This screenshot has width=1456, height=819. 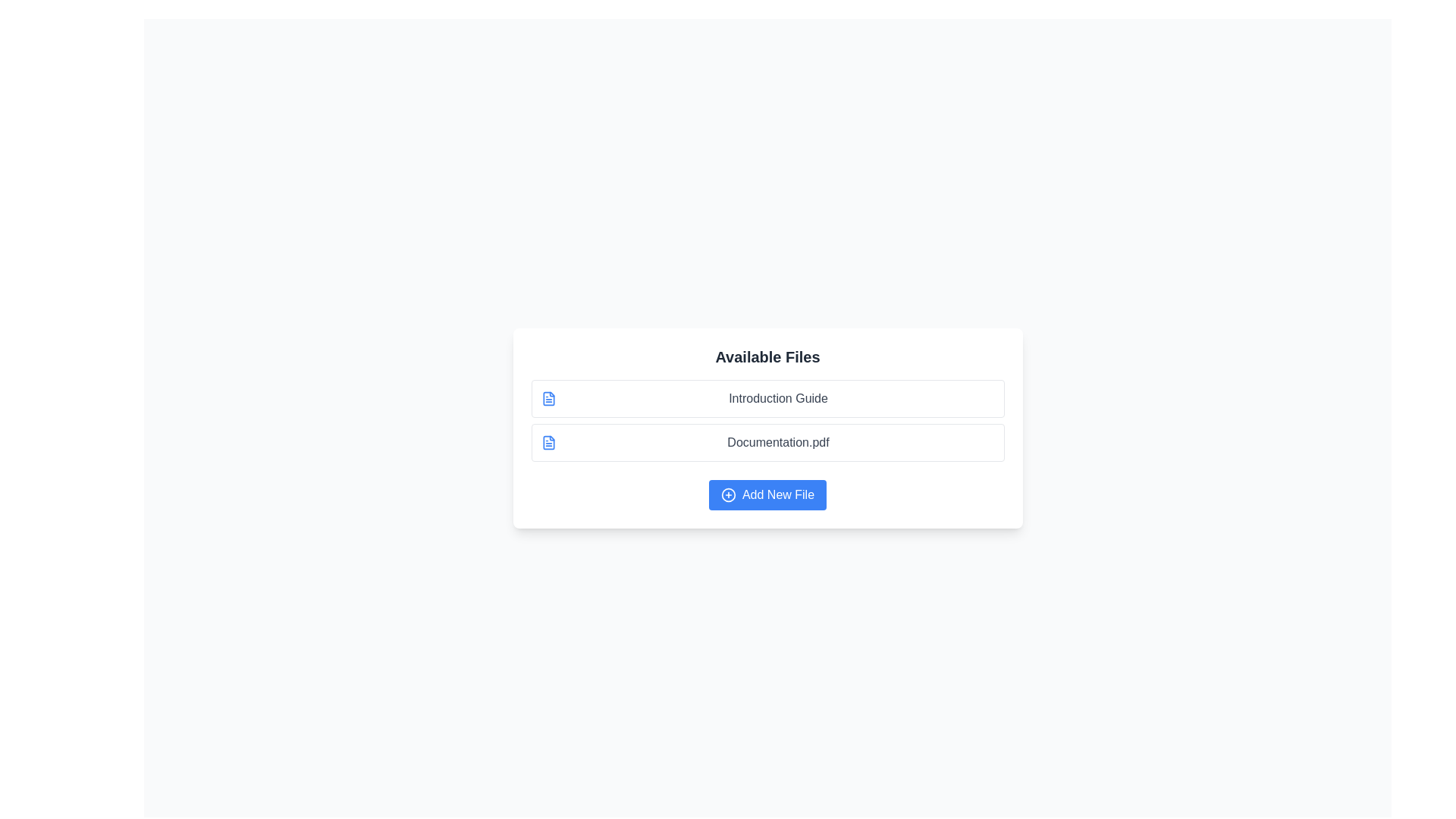 What do you see at coordinates (728, 494) in the screenshot?
I see `the outermost circular SVG element representing the 'Add New File' button, which symbolizes the addition functionality` at bounding box center [728, 494].